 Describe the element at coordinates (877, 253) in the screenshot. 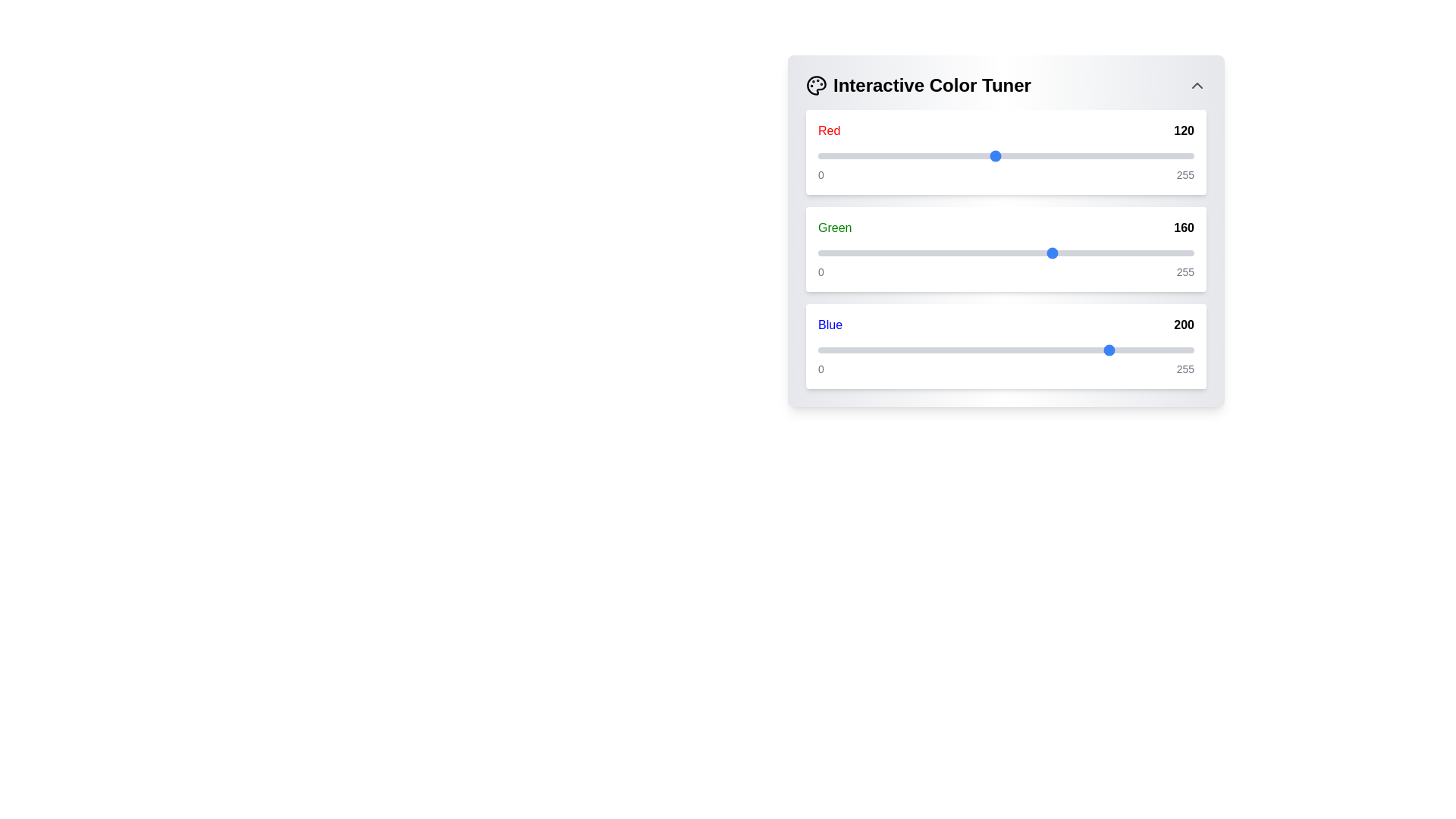

I see `the green component value` at that location.